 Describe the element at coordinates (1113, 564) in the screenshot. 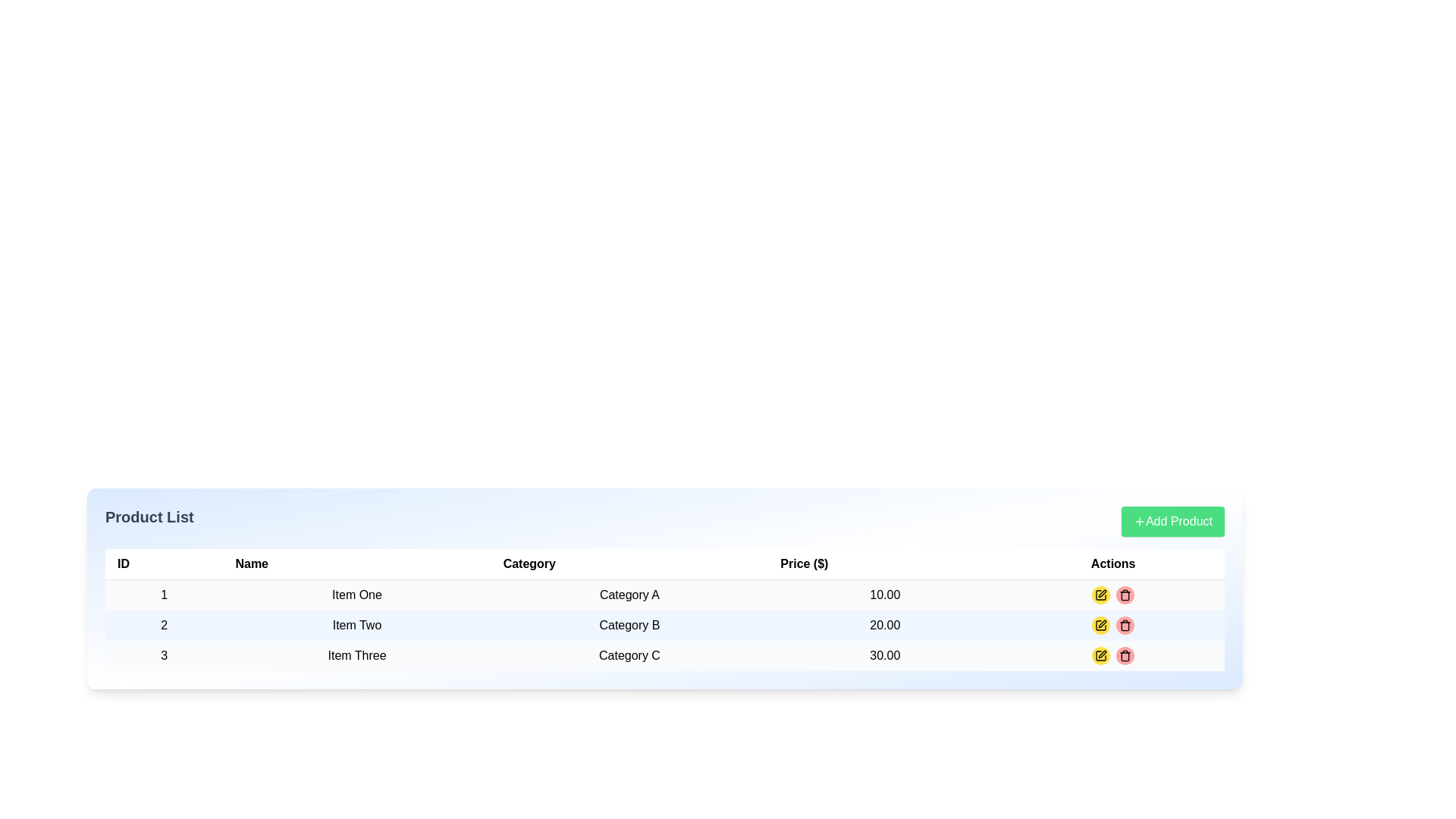

I see `the 'Actions' column header, which is the last header in the table with bold text and a neutral background` at that location.